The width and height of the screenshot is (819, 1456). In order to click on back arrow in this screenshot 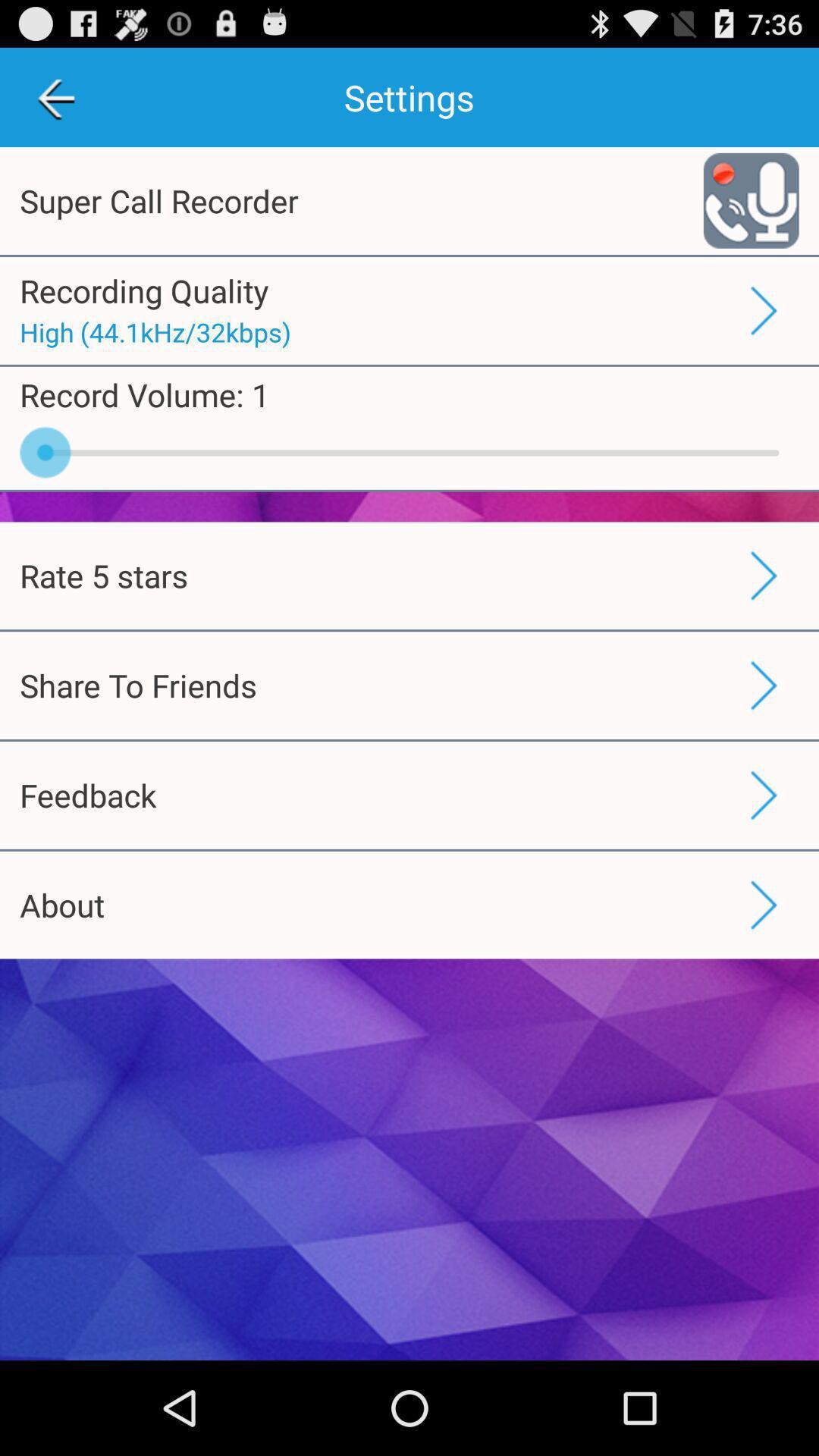, I will do `click(55, 96)`.